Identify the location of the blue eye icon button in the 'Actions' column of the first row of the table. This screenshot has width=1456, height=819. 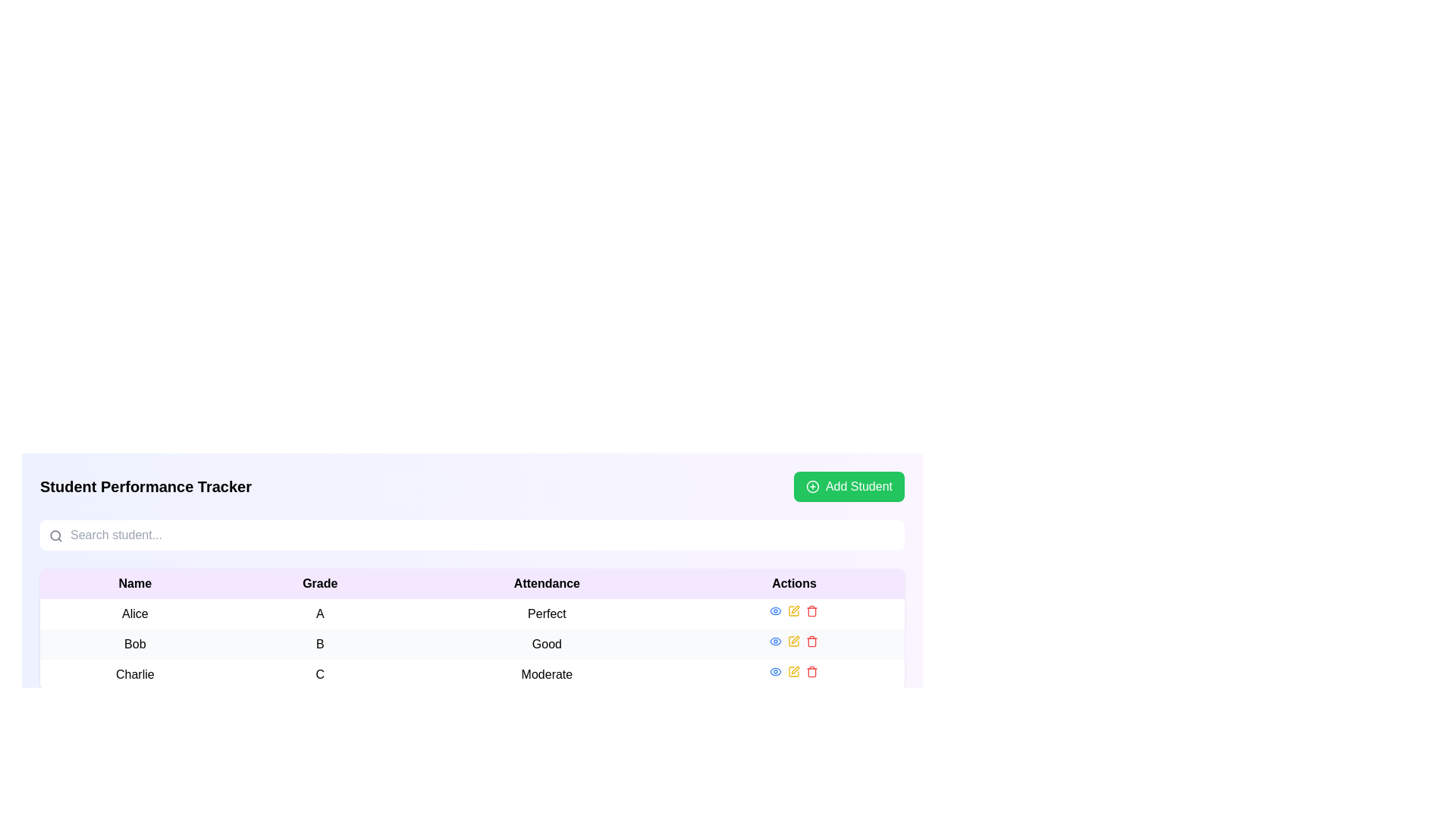
(776, 610).